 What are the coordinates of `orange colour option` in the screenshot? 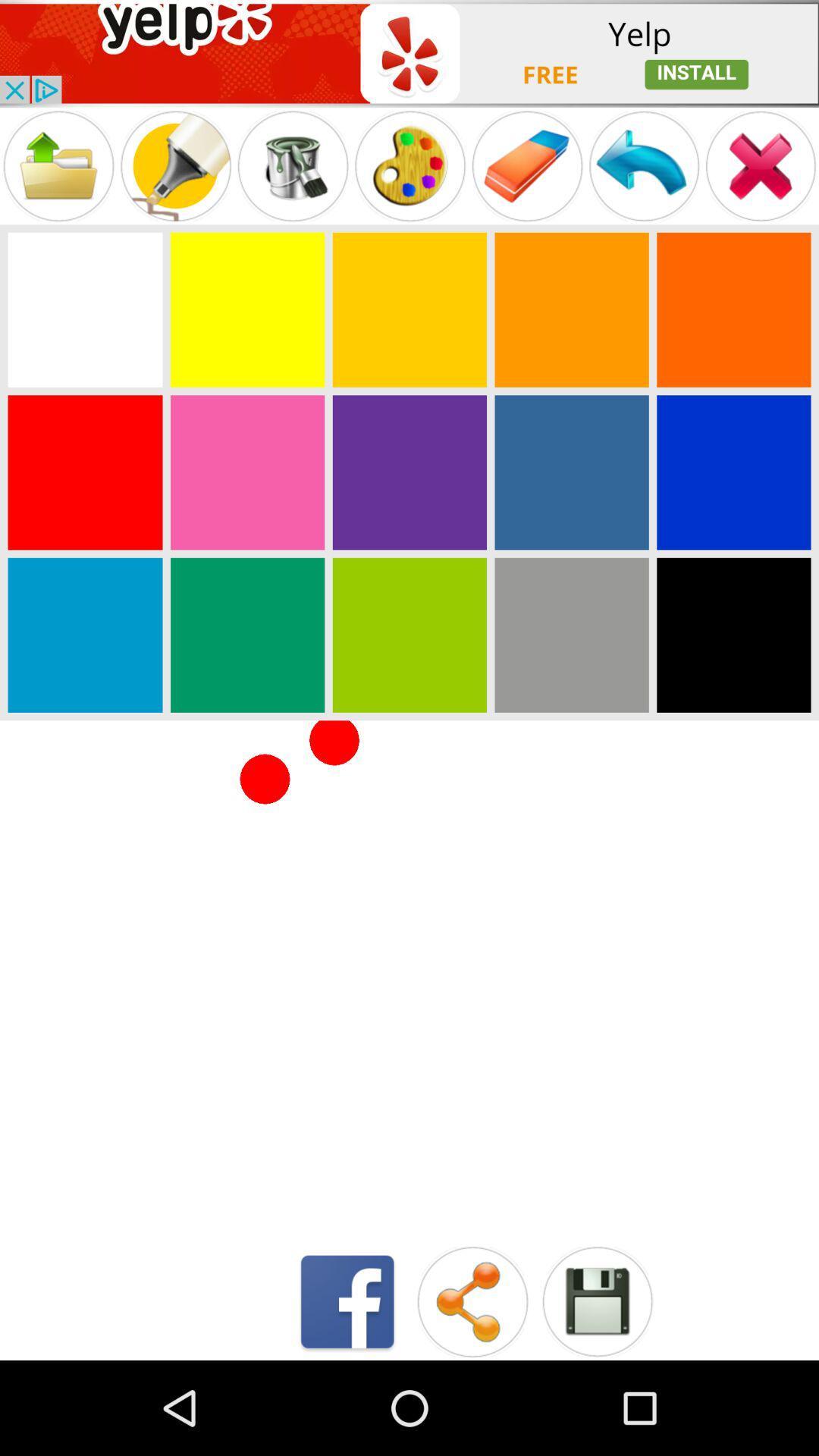 It's located at (733, 309).